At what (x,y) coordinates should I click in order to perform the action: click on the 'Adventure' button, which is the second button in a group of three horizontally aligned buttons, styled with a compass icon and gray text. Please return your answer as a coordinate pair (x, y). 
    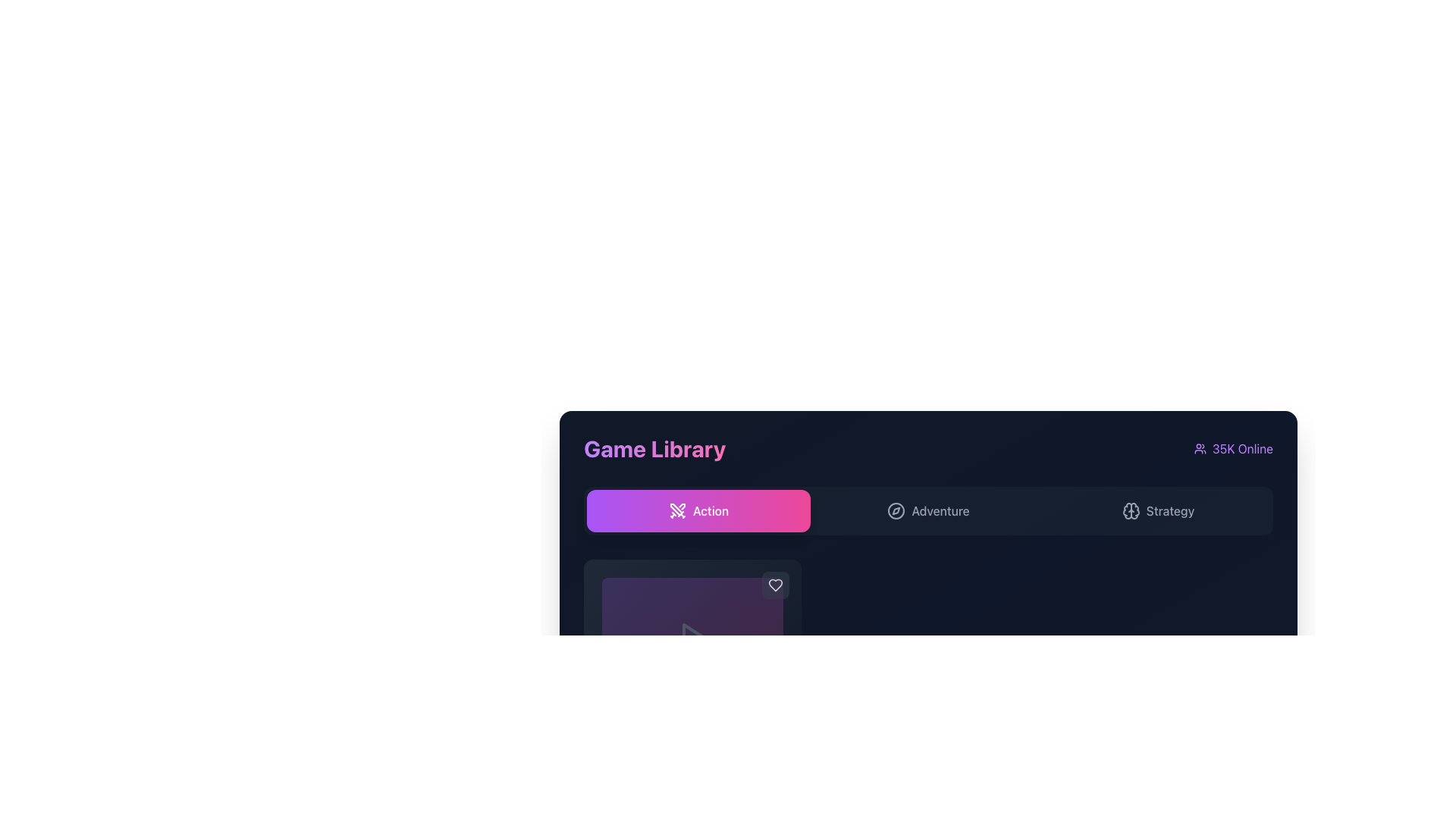
    Looking at the image, I should click on (927, 511).